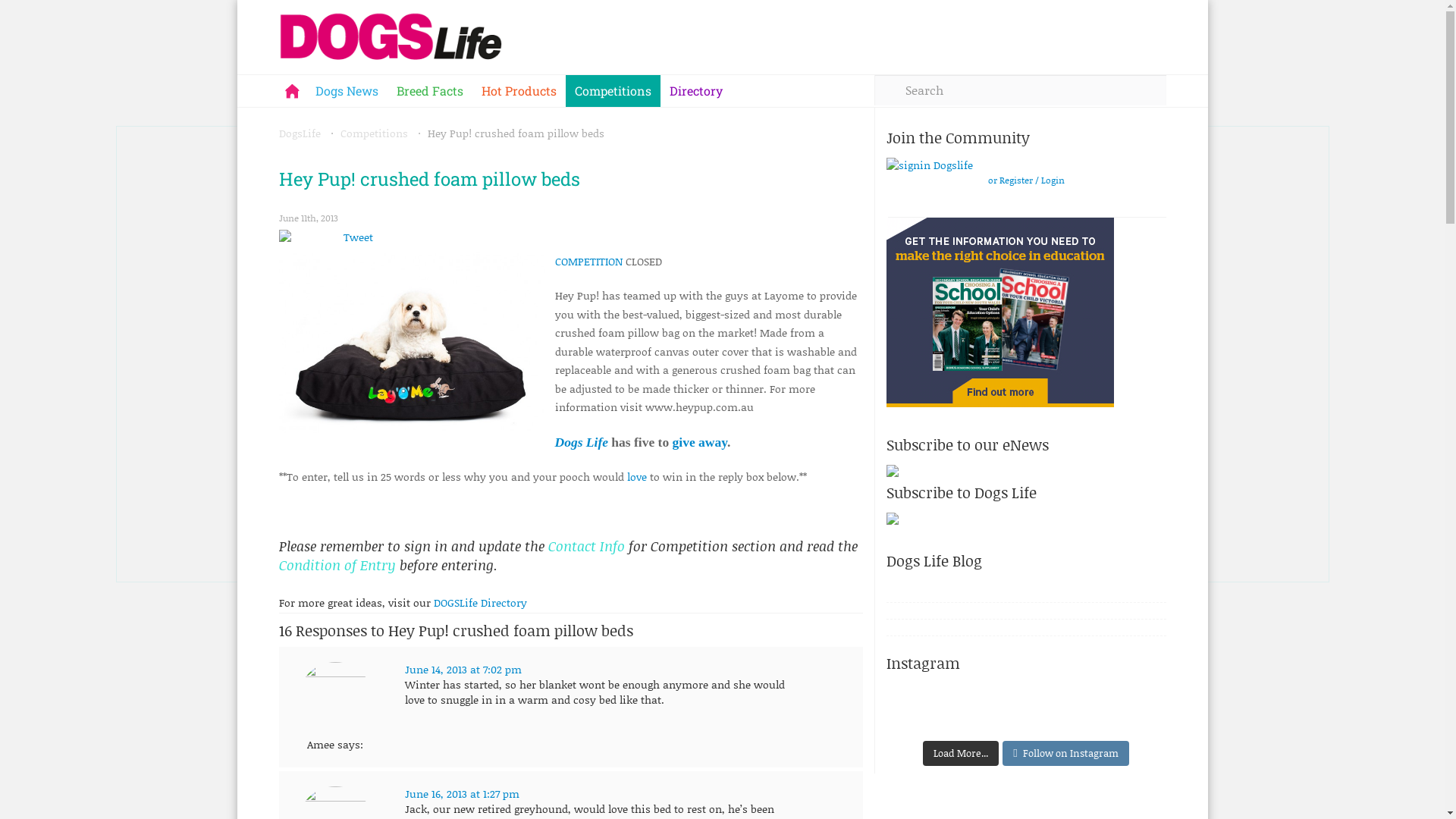 The width and height of the screenshot is (1456, 819). What do you see at coordinates (960, 754) in the screenshot?
I see `'Load More...'` at bounding box center [960, 754].